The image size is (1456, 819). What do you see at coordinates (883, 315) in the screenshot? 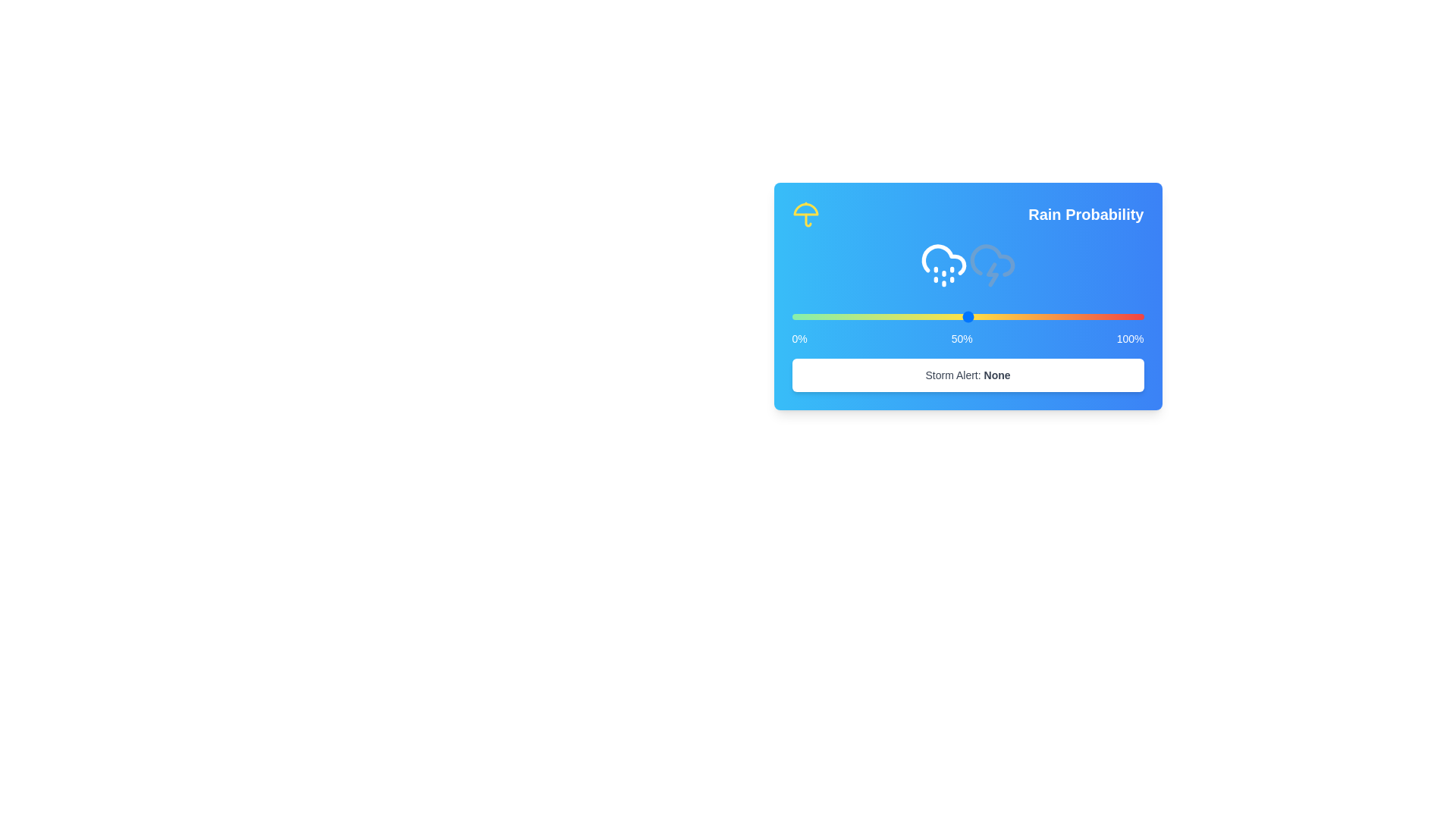
I see `the rain probability slider to 26%` at bounding box center [883, 315].